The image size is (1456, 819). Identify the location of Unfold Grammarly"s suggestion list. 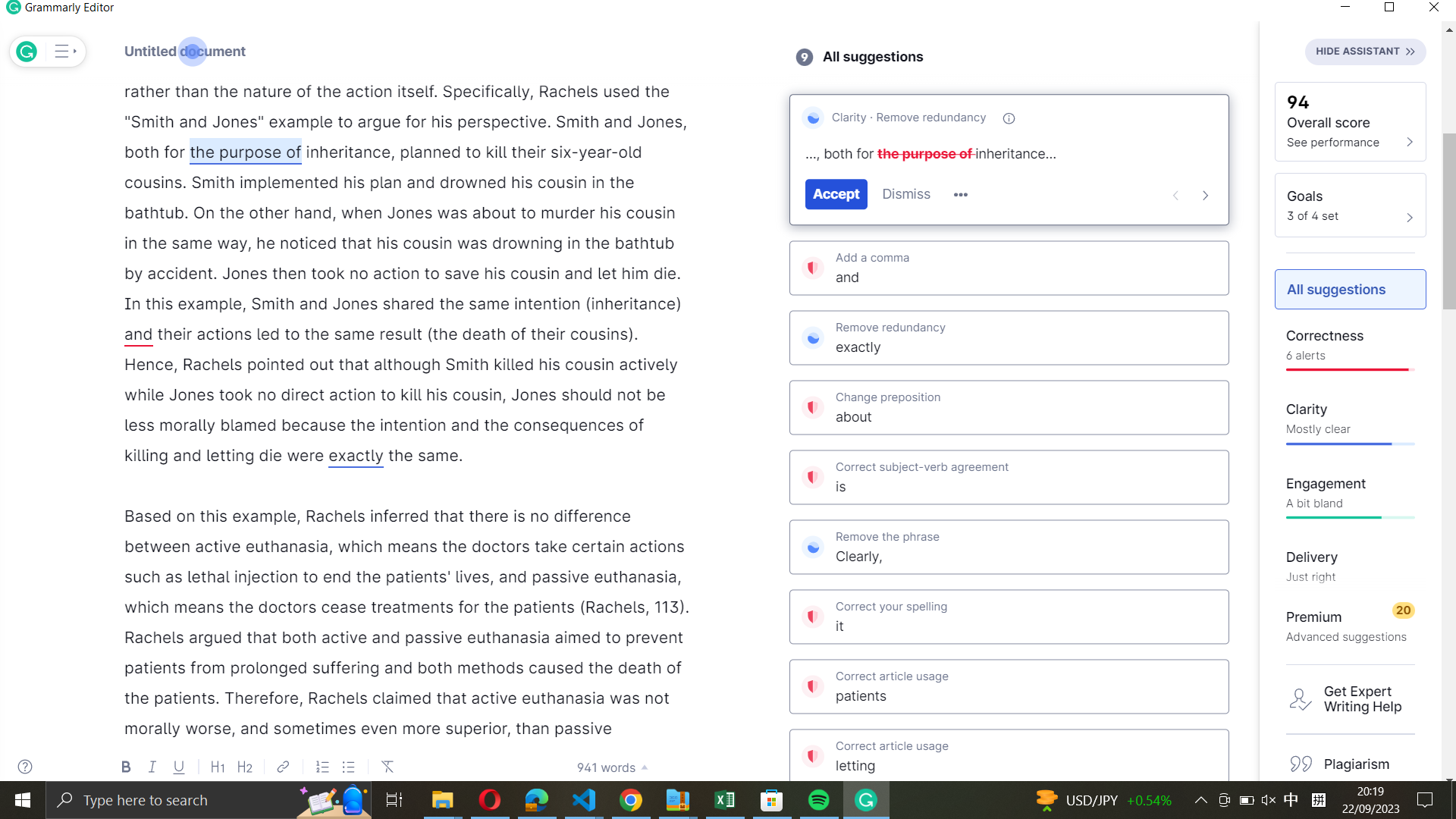
(62, 51).